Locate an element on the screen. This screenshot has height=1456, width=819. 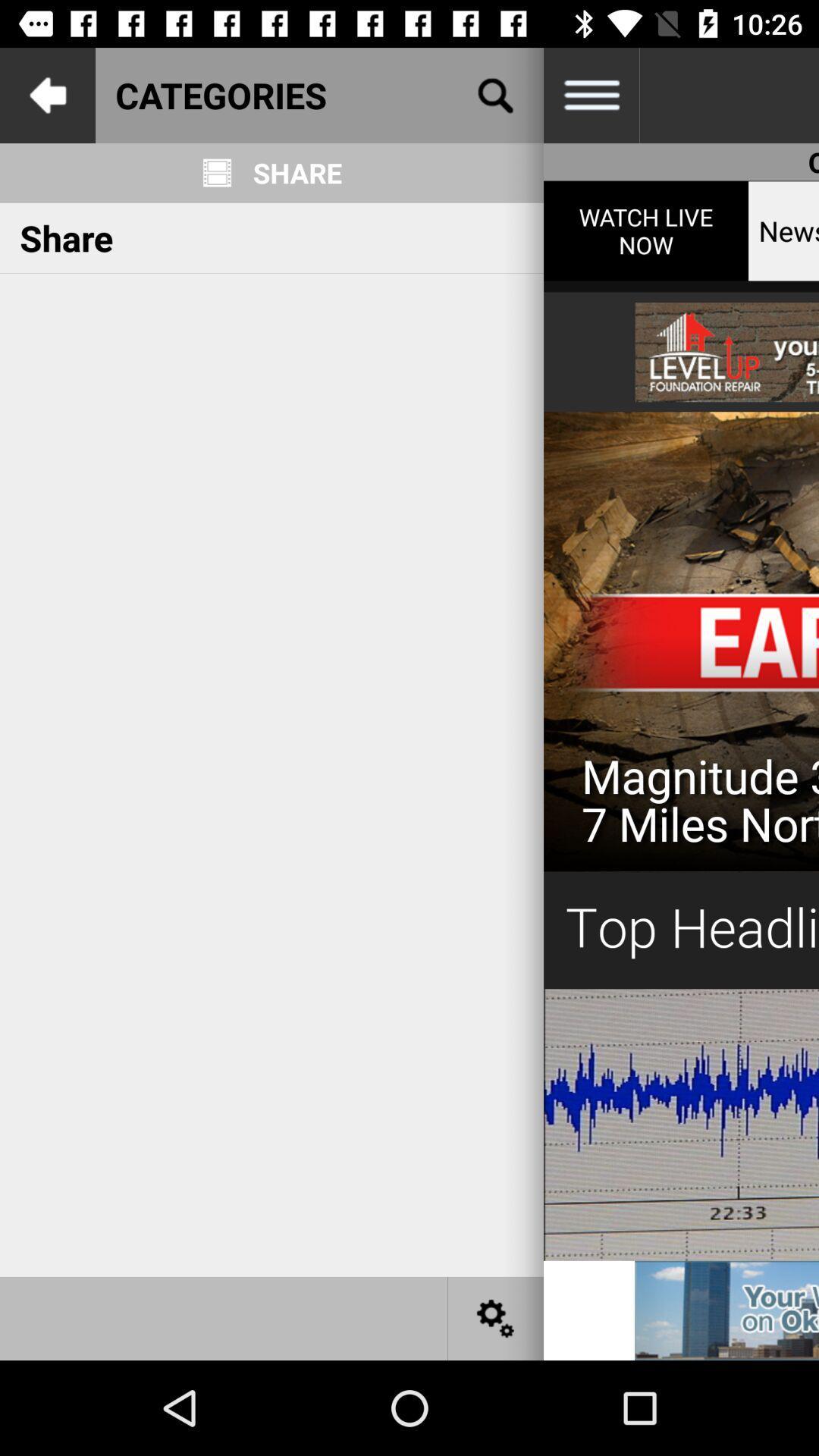
the settings icon is located at coordinates (496, 1317).